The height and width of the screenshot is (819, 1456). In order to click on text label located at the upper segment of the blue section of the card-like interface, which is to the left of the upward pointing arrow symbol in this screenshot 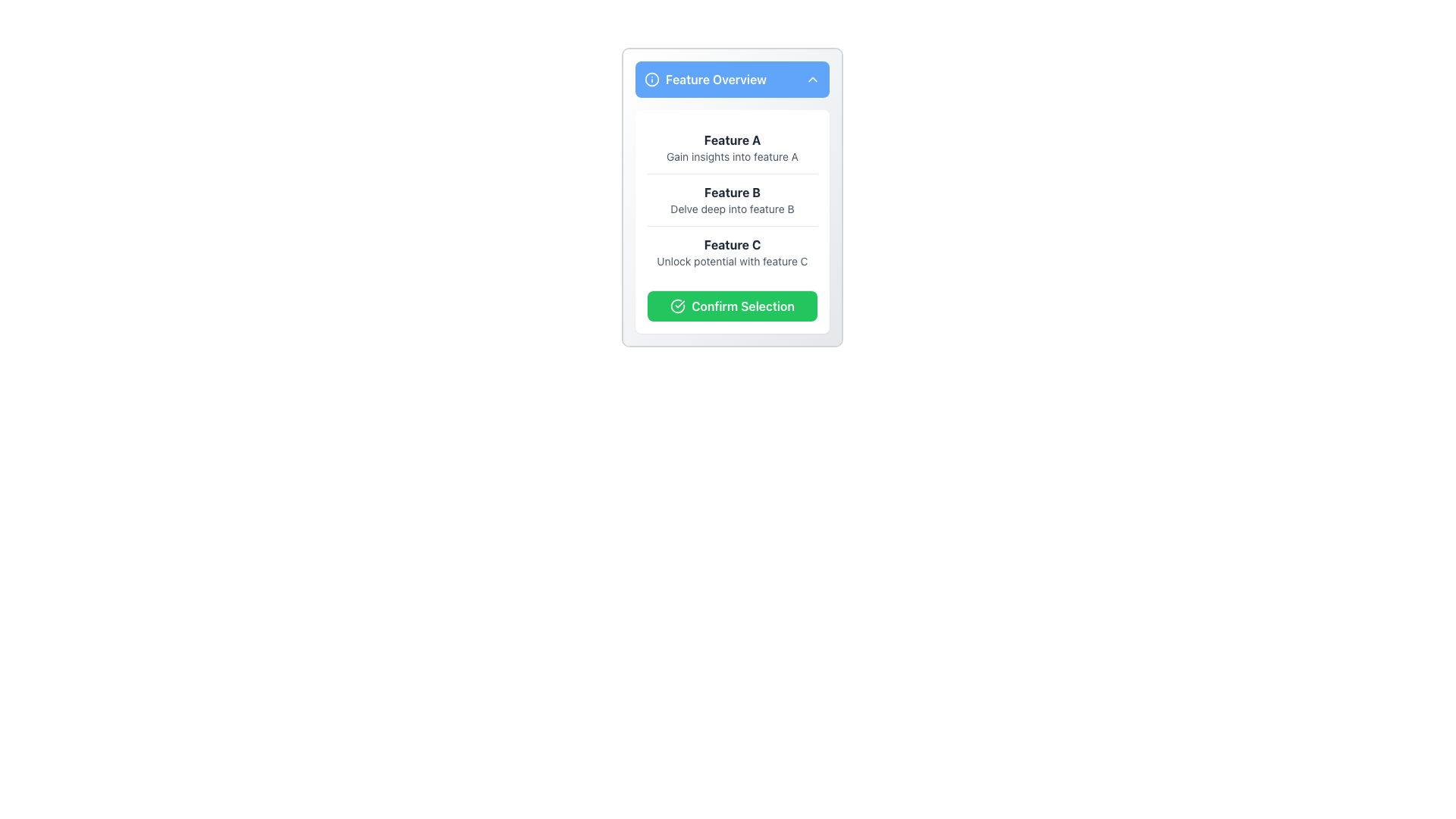, I will do `click(704, 79)`.